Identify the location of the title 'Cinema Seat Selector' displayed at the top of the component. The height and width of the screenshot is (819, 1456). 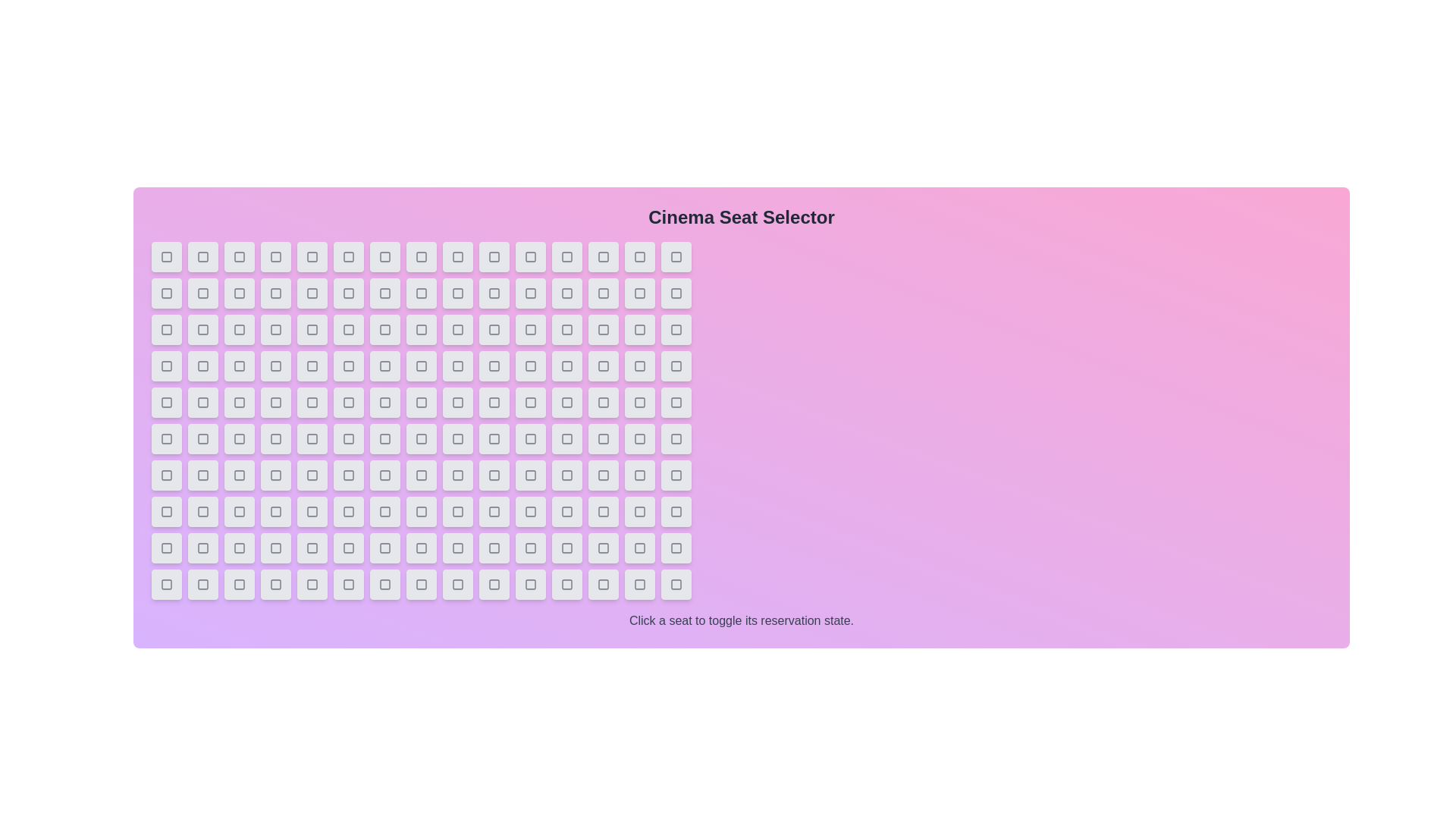
(742, 217).